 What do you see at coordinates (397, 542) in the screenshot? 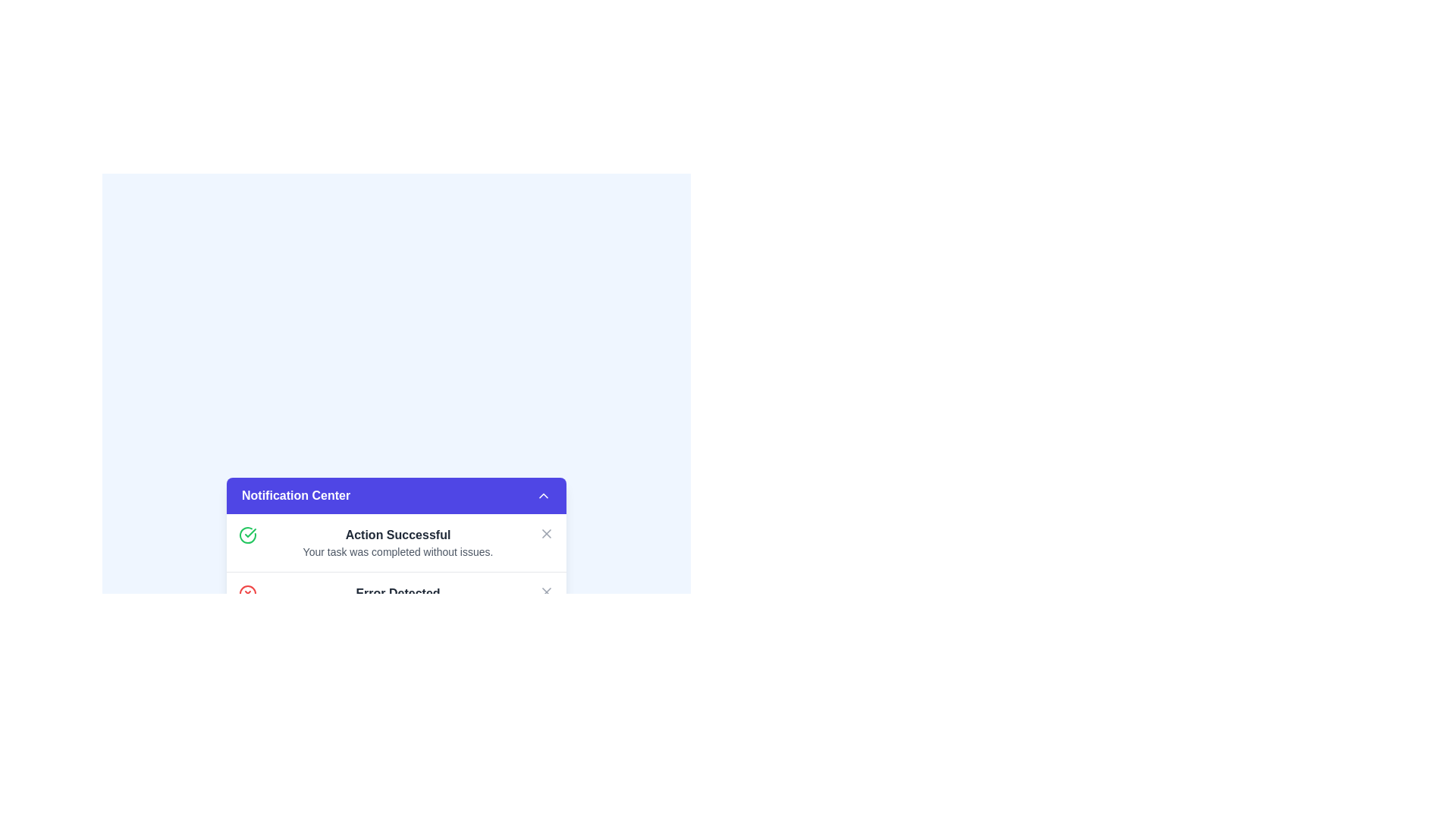
I see `success message from the Notification item that displays 'Action Successful' and the message 'Your task was completed without issues.'` at bounding box center [397, 542].